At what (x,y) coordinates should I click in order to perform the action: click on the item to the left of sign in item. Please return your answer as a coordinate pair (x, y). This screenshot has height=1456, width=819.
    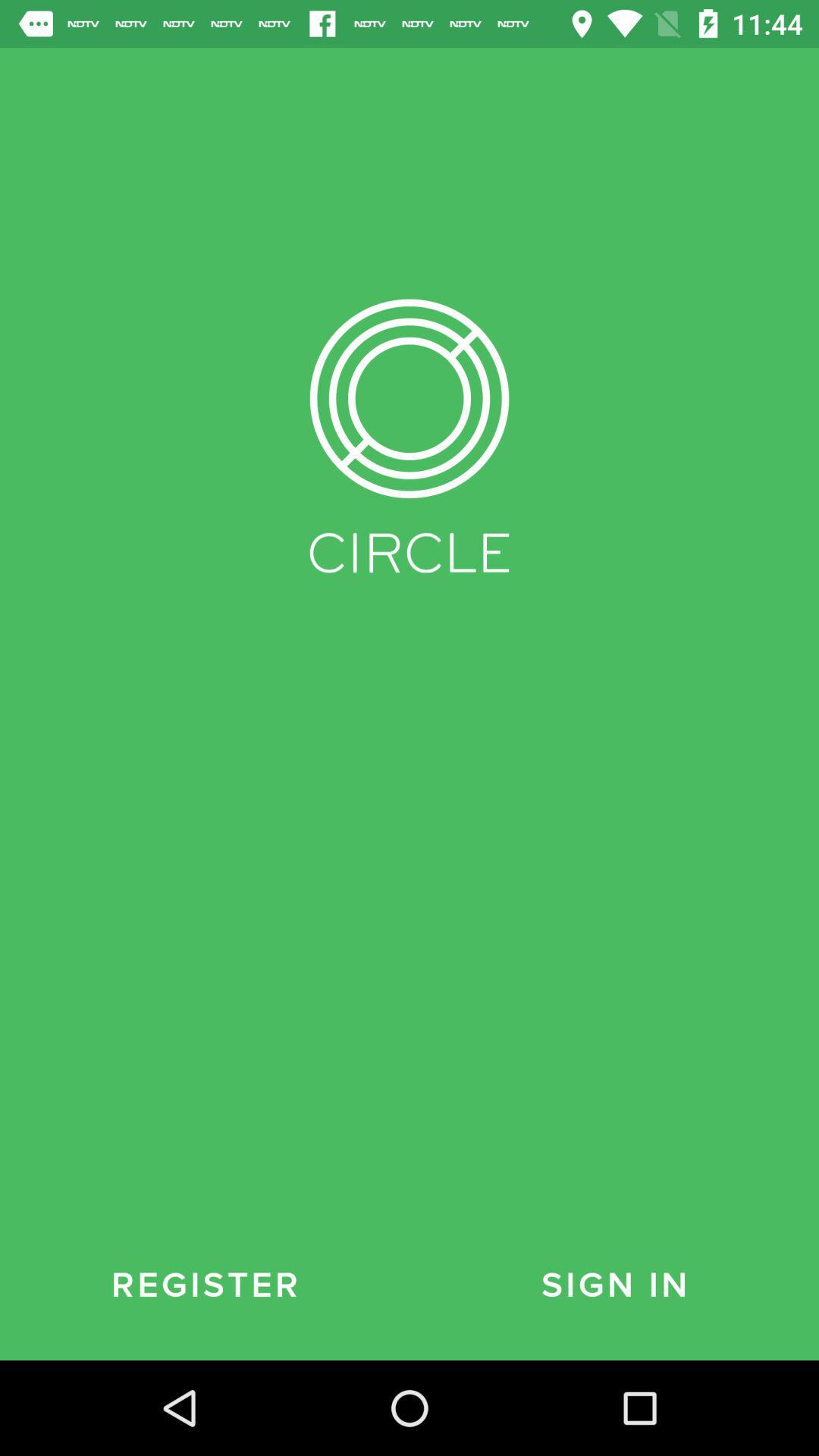
    Looking at the image, I should click on (205, 1285).